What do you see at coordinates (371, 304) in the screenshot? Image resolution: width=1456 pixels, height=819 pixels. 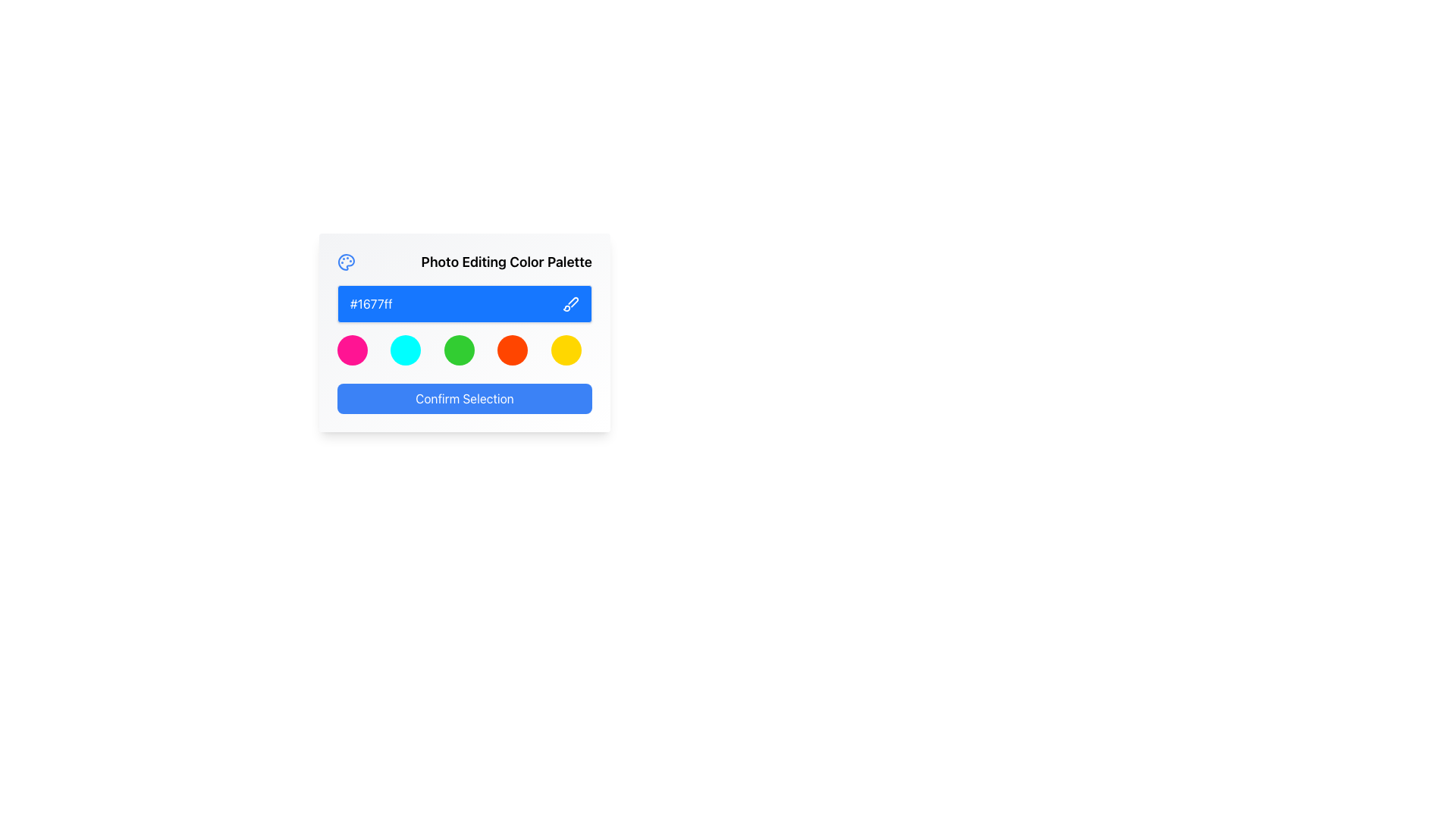 I see `the static text label displaying the hexadecimal color value` at bounding box center [371, 304].